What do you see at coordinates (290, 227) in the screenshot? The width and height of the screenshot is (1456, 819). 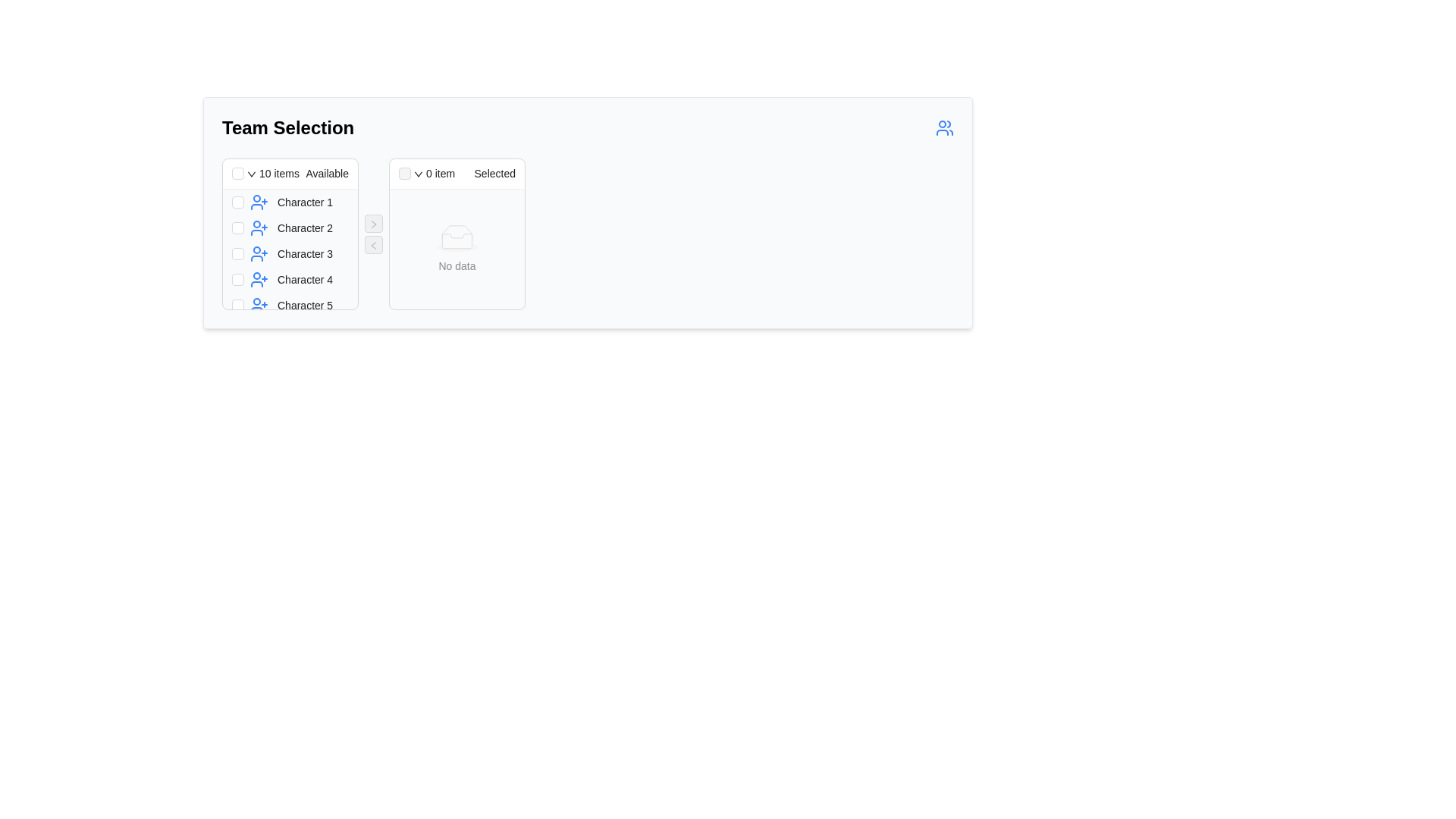 I see `the selectable list item labeled 'Character 2' with a checkbox and a blue user icon in the left panel titled '10 items Available'` at bounding box center [290, 227].